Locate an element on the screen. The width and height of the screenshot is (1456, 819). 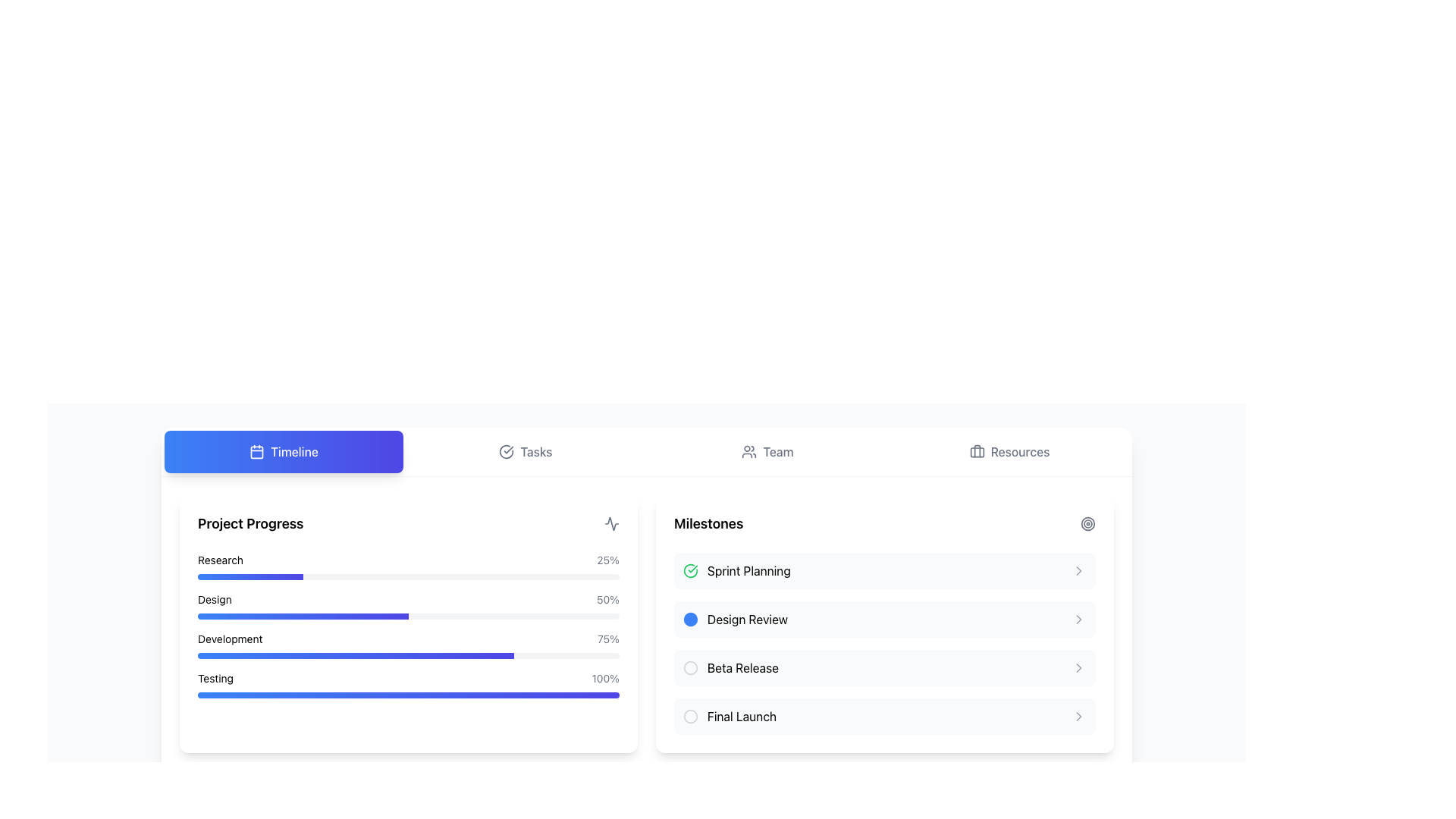
the text label displaying 'Sprint Planning' in the 'Milestones' section, which is the first entry in the list is located at coordinates (748, 570).